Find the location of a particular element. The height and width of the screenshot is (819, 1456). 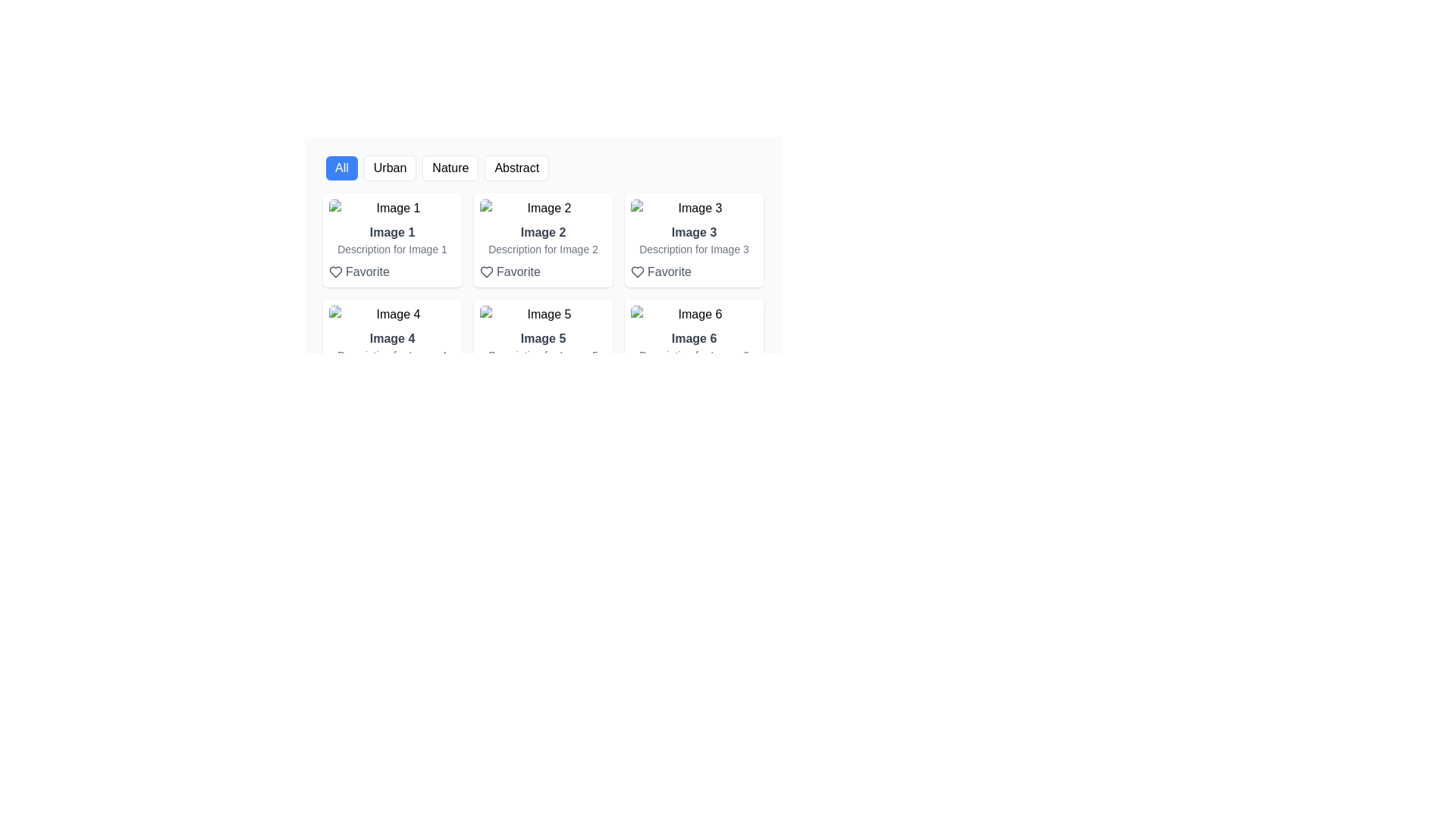

the text label displaying 'Description for Image 3', which is a small, gray font located beneath the bold title 'Image 3' is located at coordinates (693, 248).